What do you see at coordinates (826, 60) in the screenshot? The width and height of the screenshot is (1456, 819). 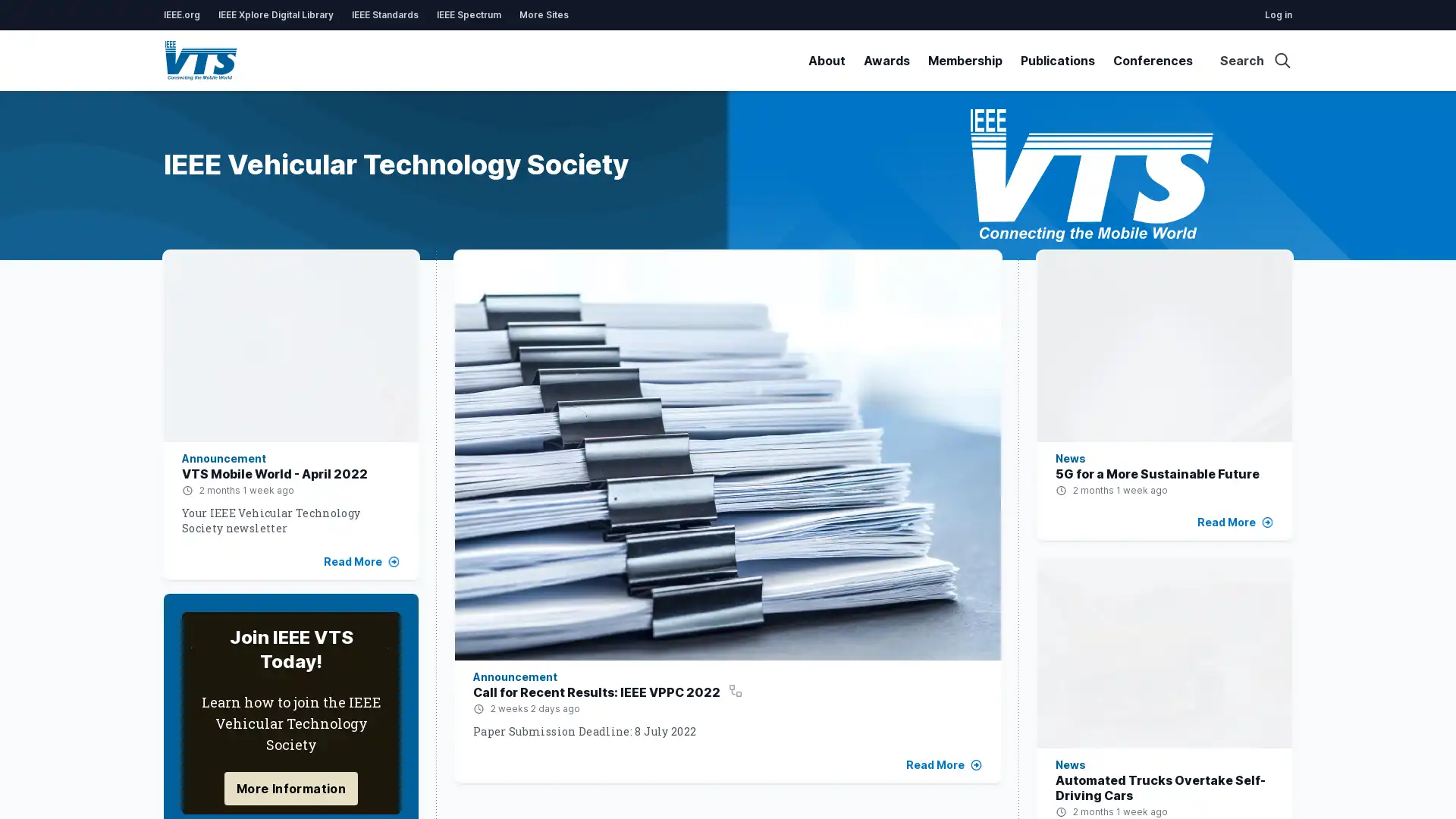 I see `About` at bounding box center [826, 60].